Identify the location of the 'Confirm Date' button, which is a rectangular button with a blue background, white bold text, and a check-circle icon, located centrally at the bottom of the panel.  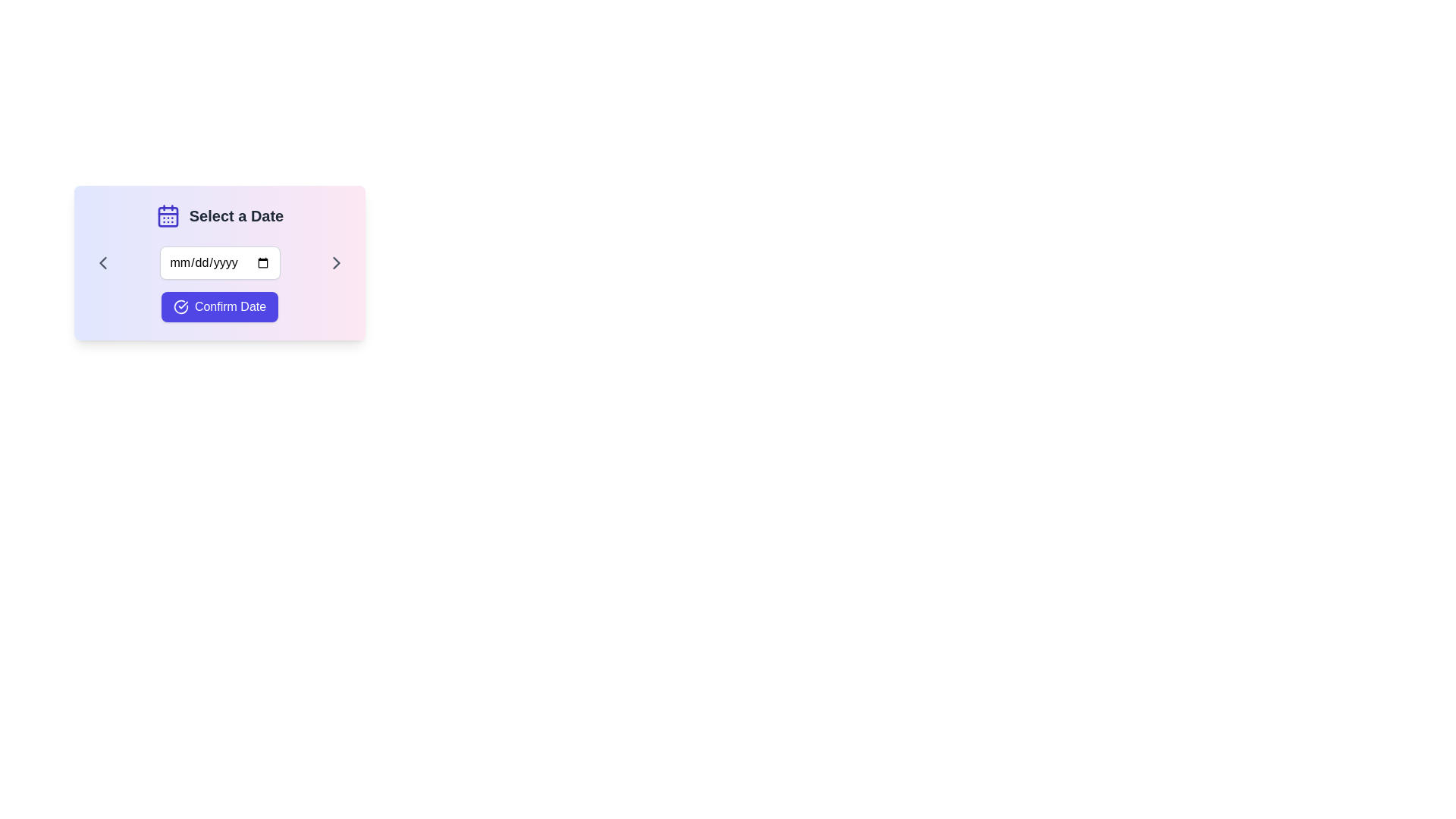
(218, 307).